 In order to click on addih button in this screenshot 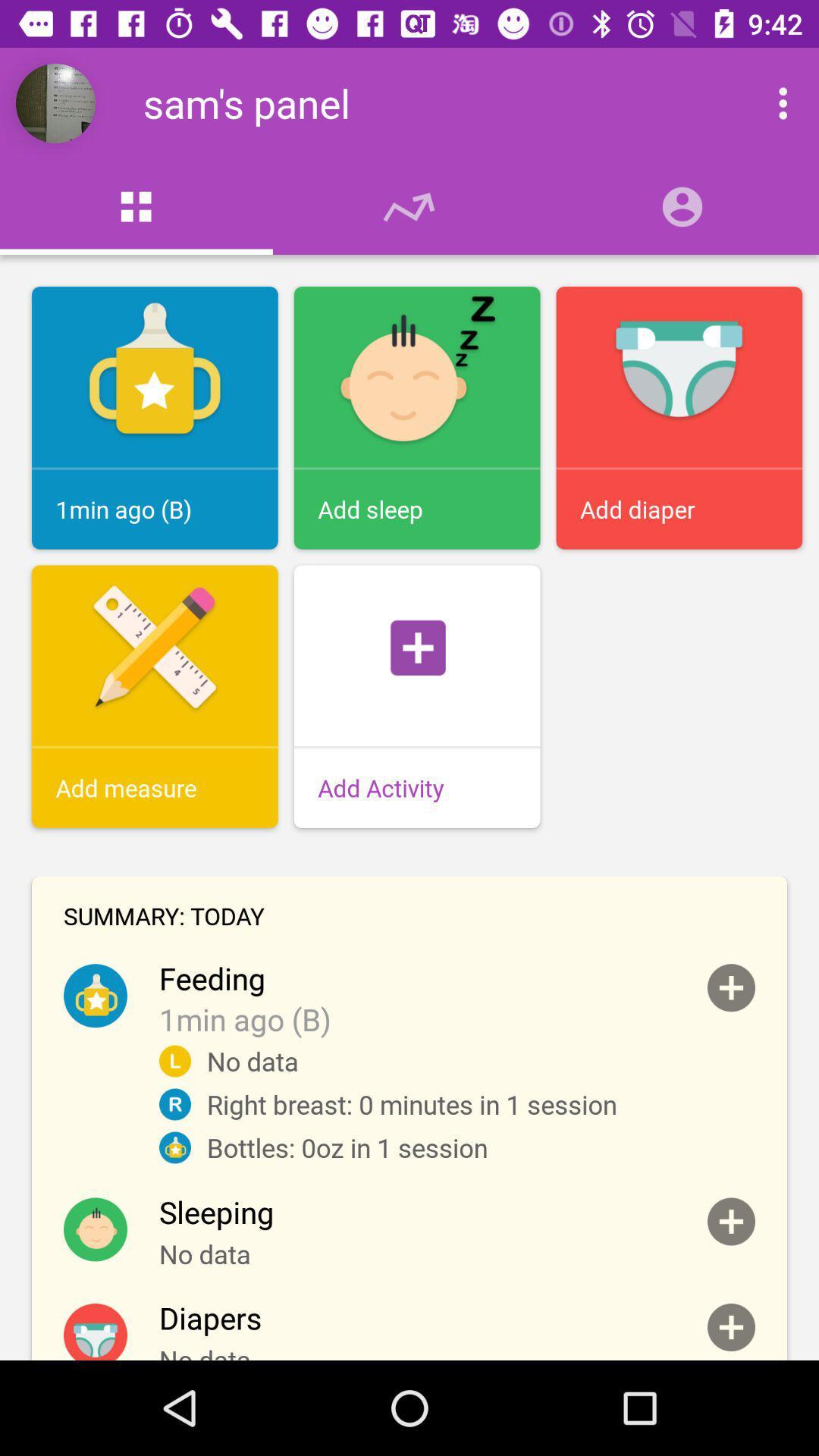, I will do `click(730, 1222)`.